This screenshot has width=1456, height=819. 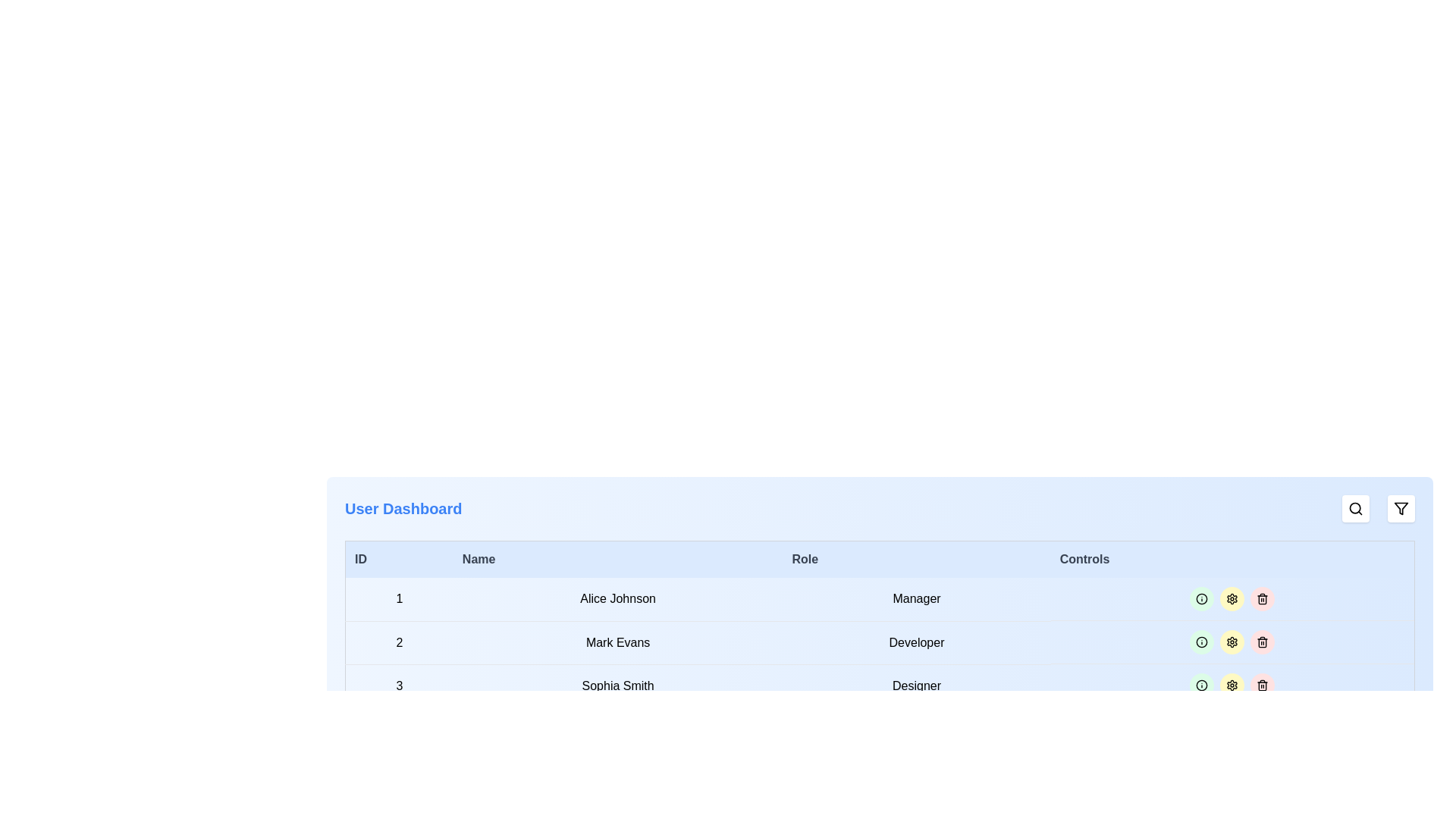 I want to click on the first circular button with a green background and a black 'info' symbol, so click(x=1200, y=642).